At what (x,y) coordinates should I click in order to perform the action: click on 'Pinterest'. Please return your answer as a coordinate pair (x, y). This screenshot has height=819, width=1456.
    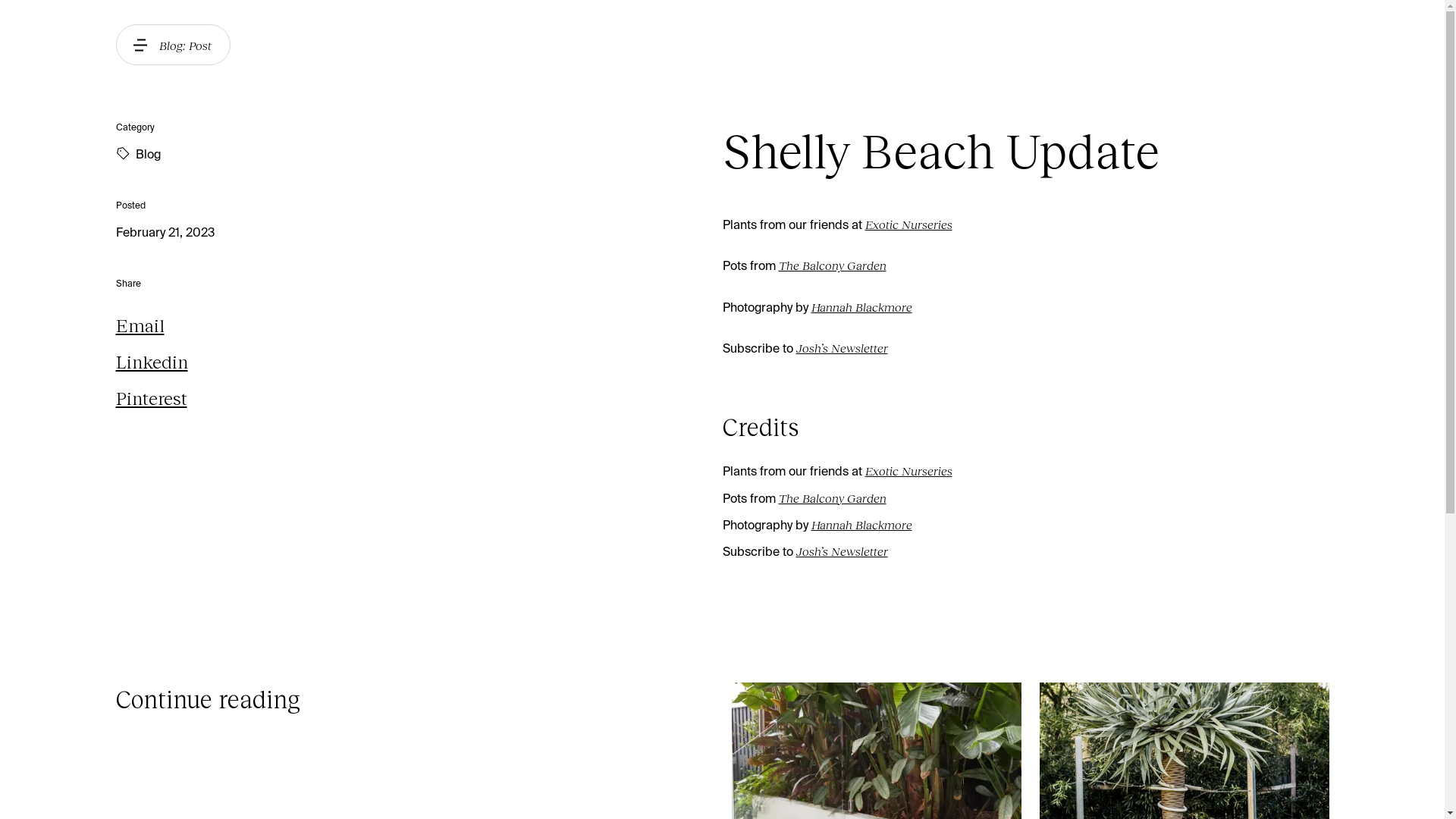
    Looking at the image, I should click on (115, 397).